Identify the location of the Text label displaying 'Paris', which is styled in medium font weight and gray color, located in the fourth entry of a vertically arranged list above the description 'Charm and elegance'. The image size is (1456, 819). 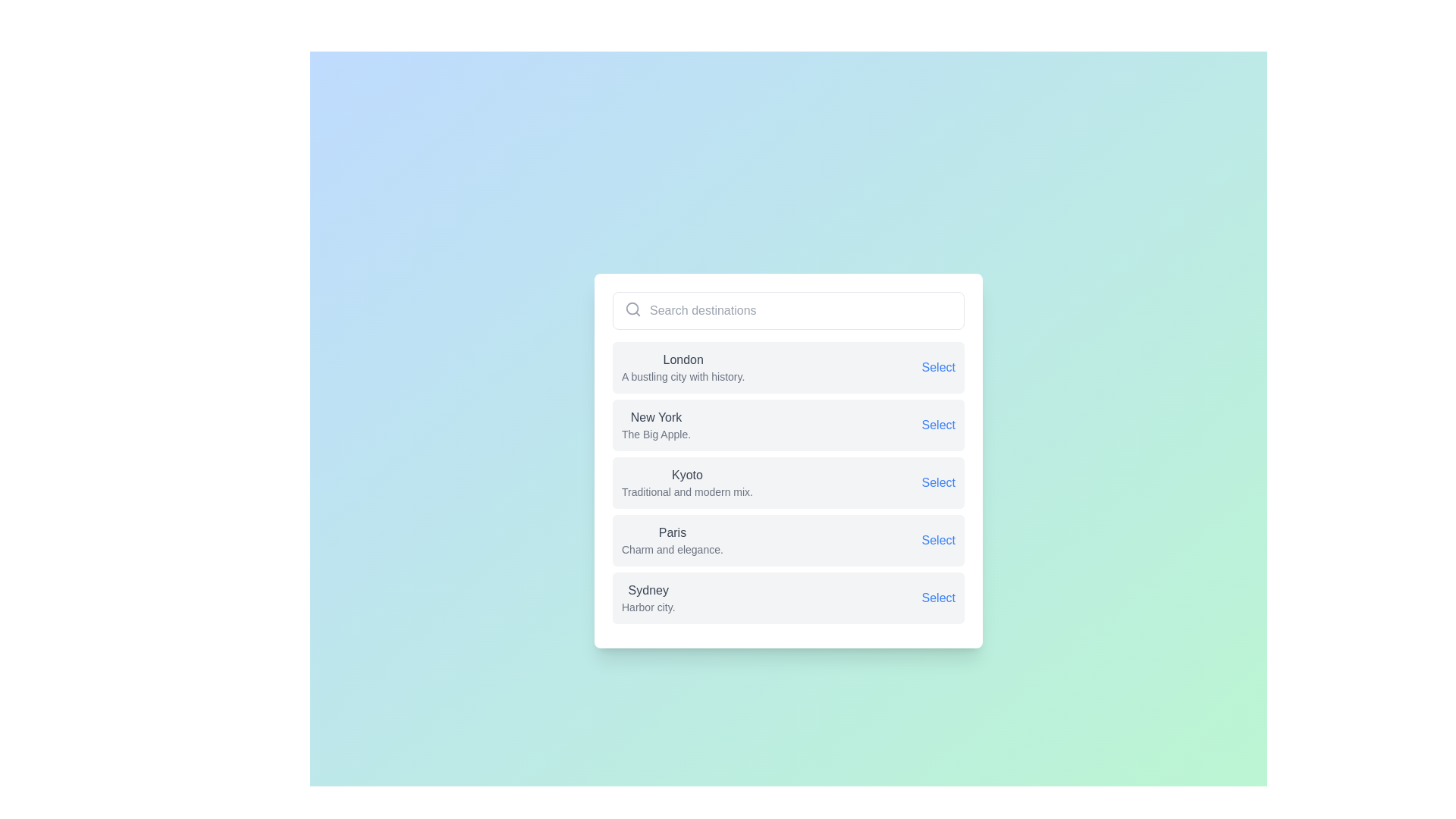
(671, 532).